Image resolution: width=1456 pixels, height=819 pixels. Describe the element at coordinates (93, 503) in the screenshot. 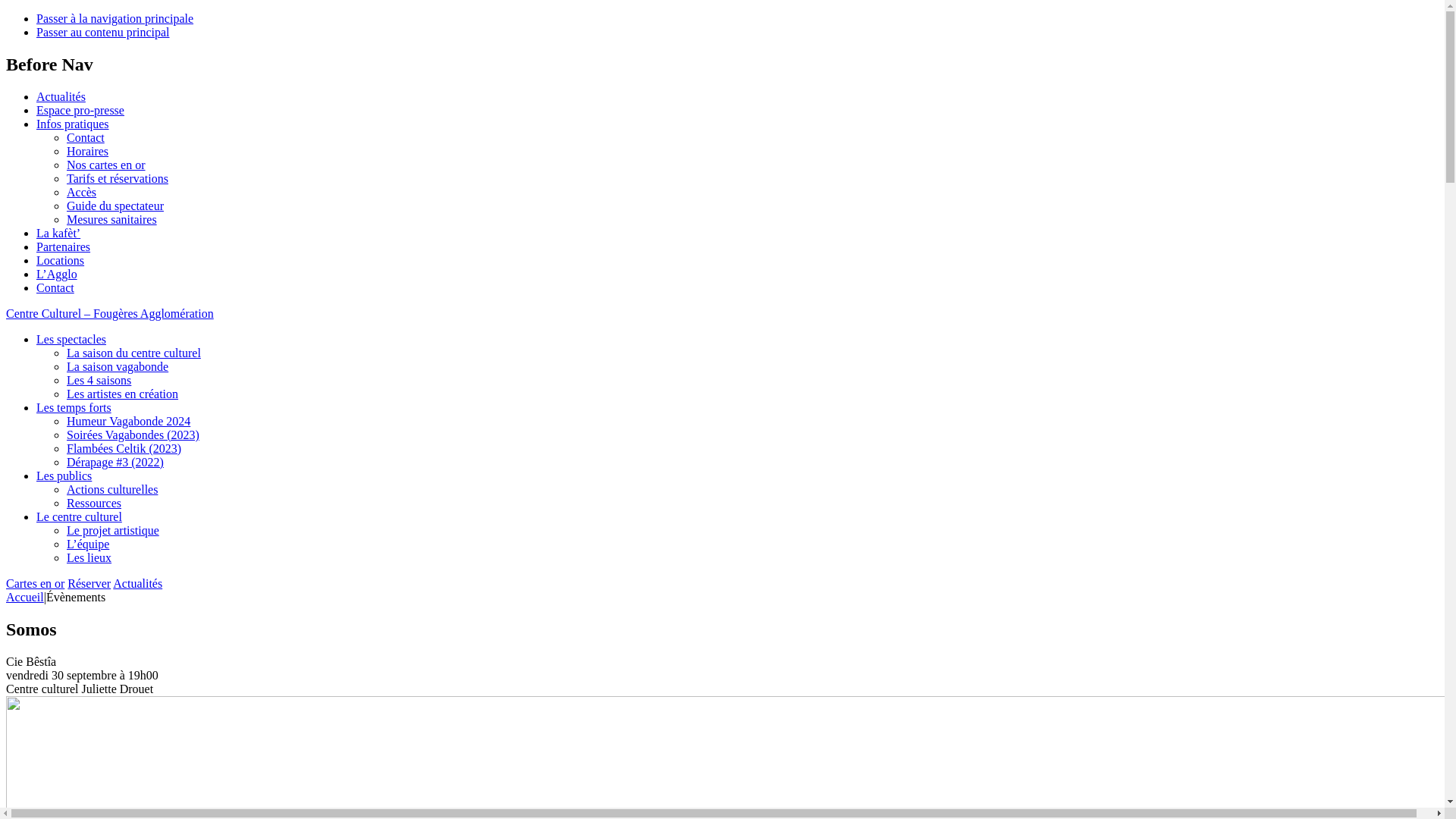

I see `'Ressources'` at that location.